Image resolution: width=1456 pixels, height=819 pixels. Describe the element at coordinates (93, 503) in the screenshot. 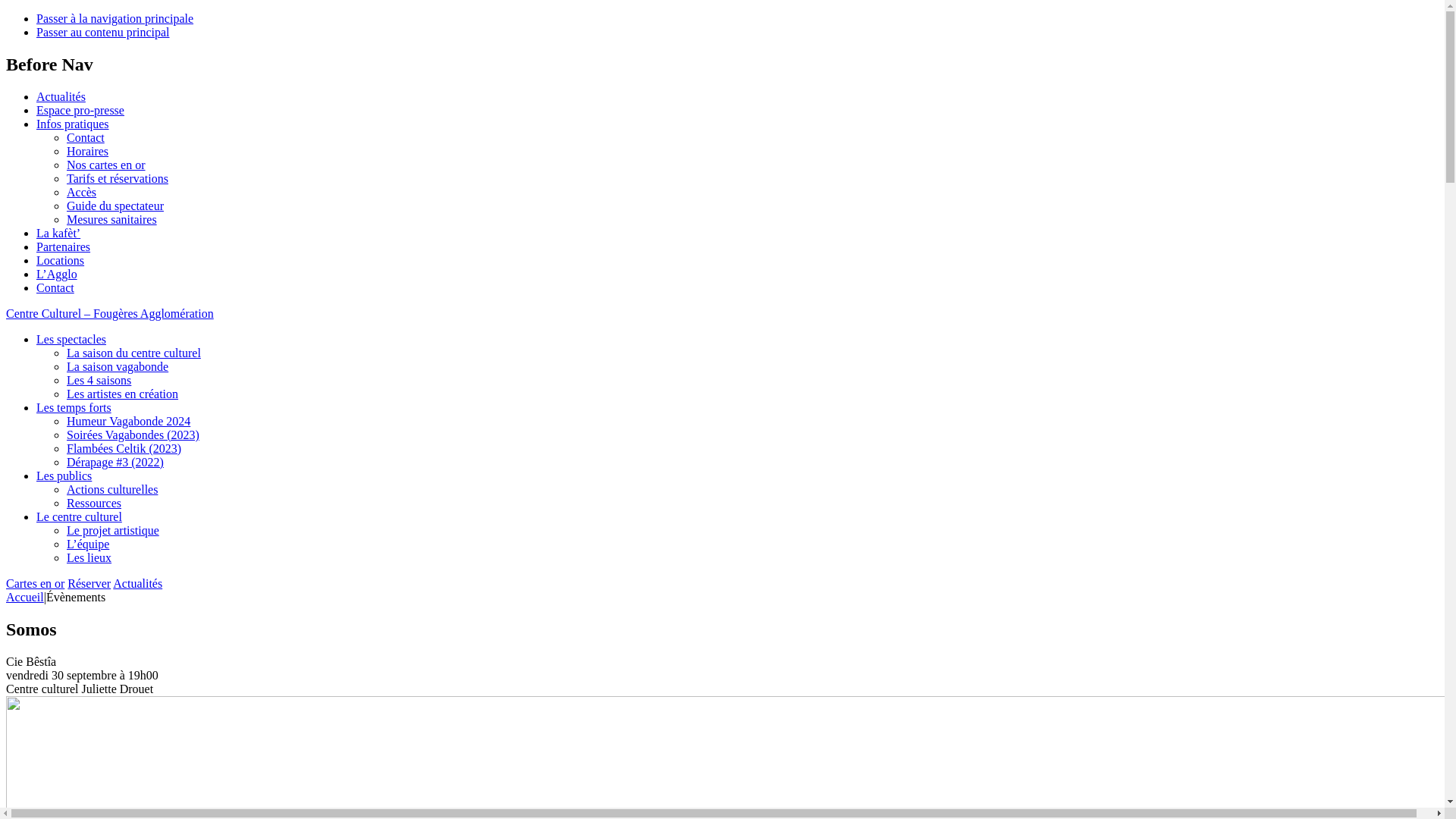

I see `'Ressources'` at that location.